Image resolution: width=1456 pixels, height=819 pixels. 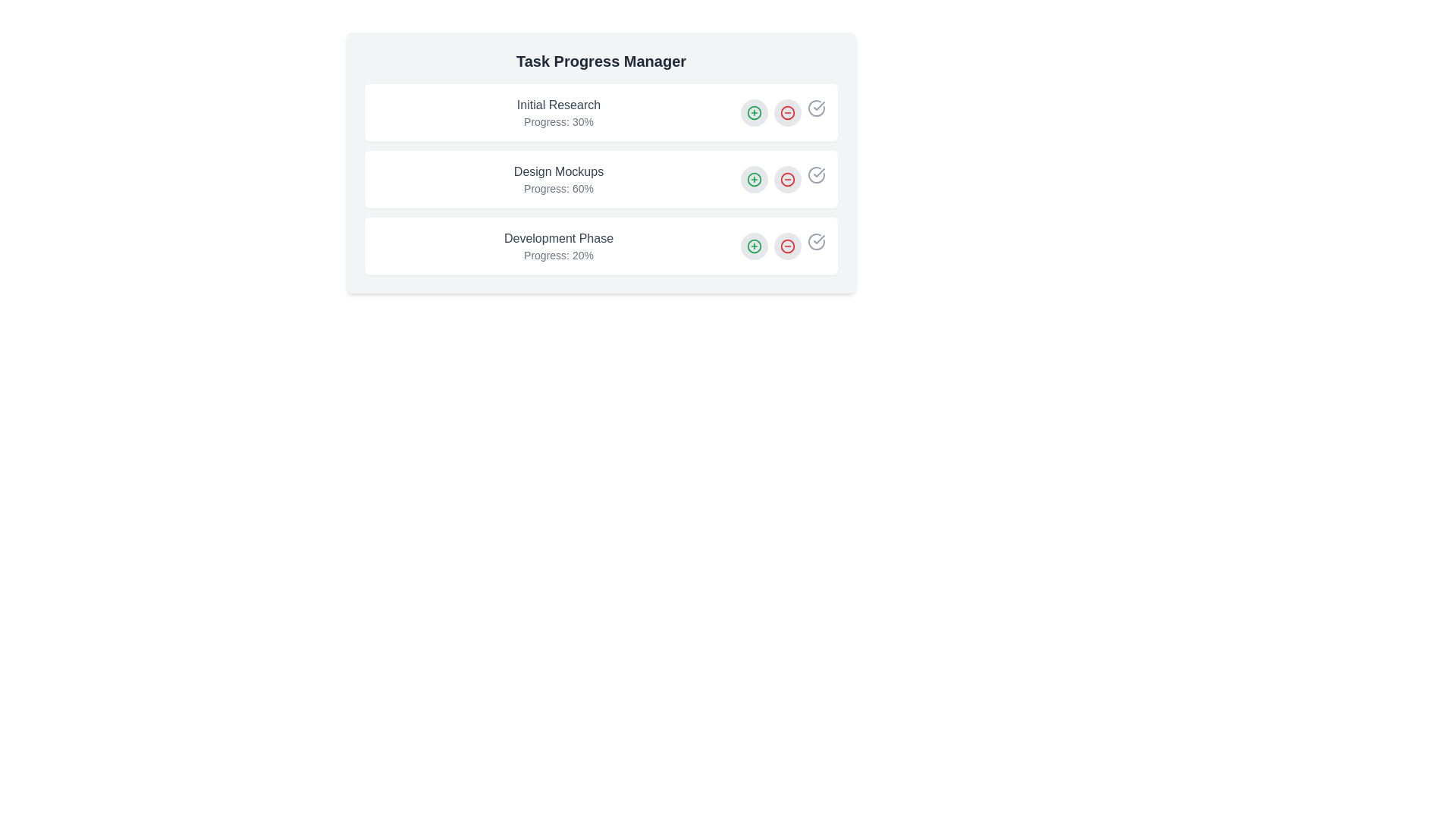 What do you see at coordinates (815, 241) in the screenshot?
I see `the last icon in the horizontal arrangement of icons for the 'Development Phase' task` at bounding box center [815, 241].